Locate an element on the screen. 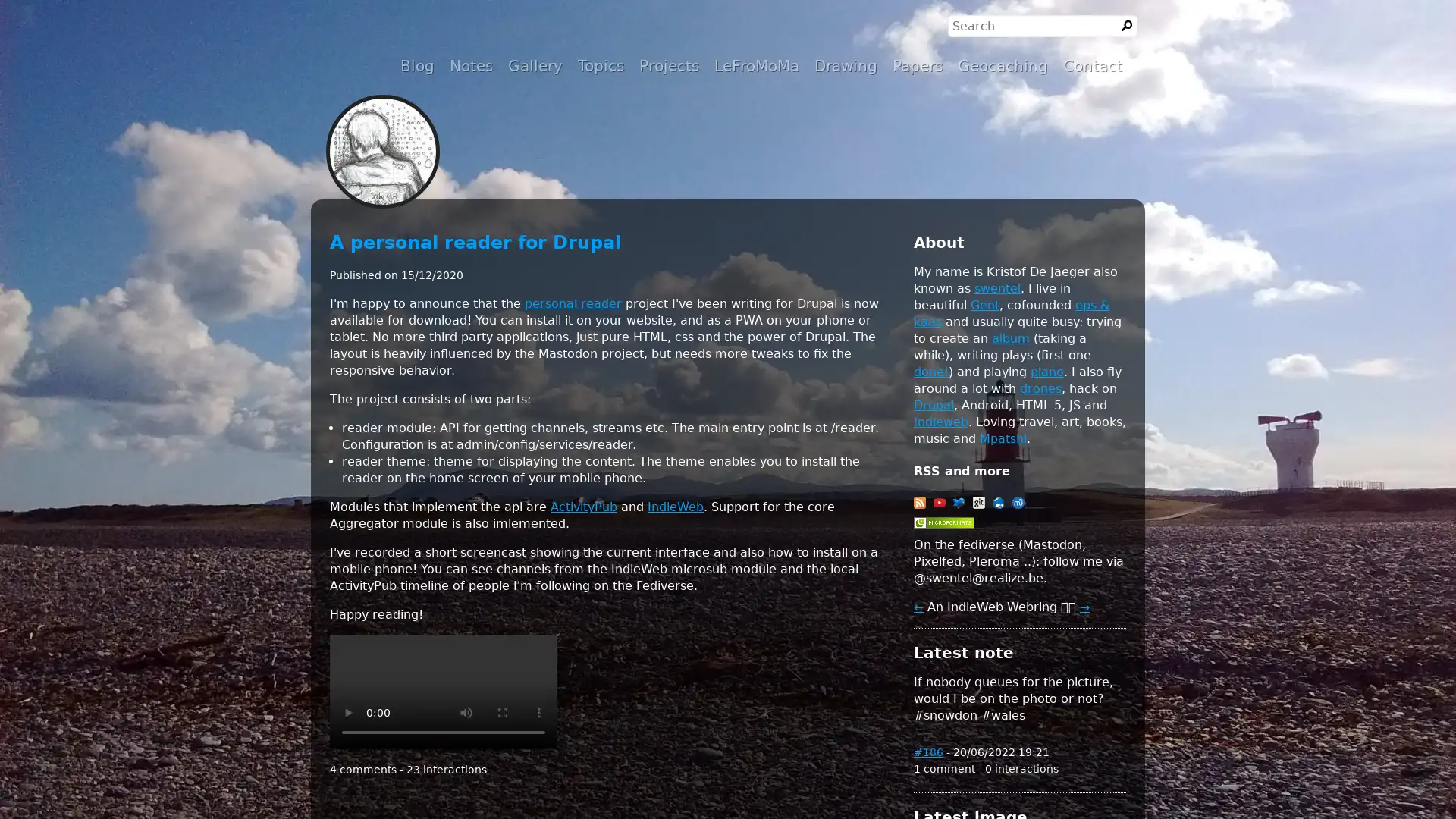 Image resolution: width=1456 pixels, height=819 pixels. Search is located at coordinates (1127, 26).